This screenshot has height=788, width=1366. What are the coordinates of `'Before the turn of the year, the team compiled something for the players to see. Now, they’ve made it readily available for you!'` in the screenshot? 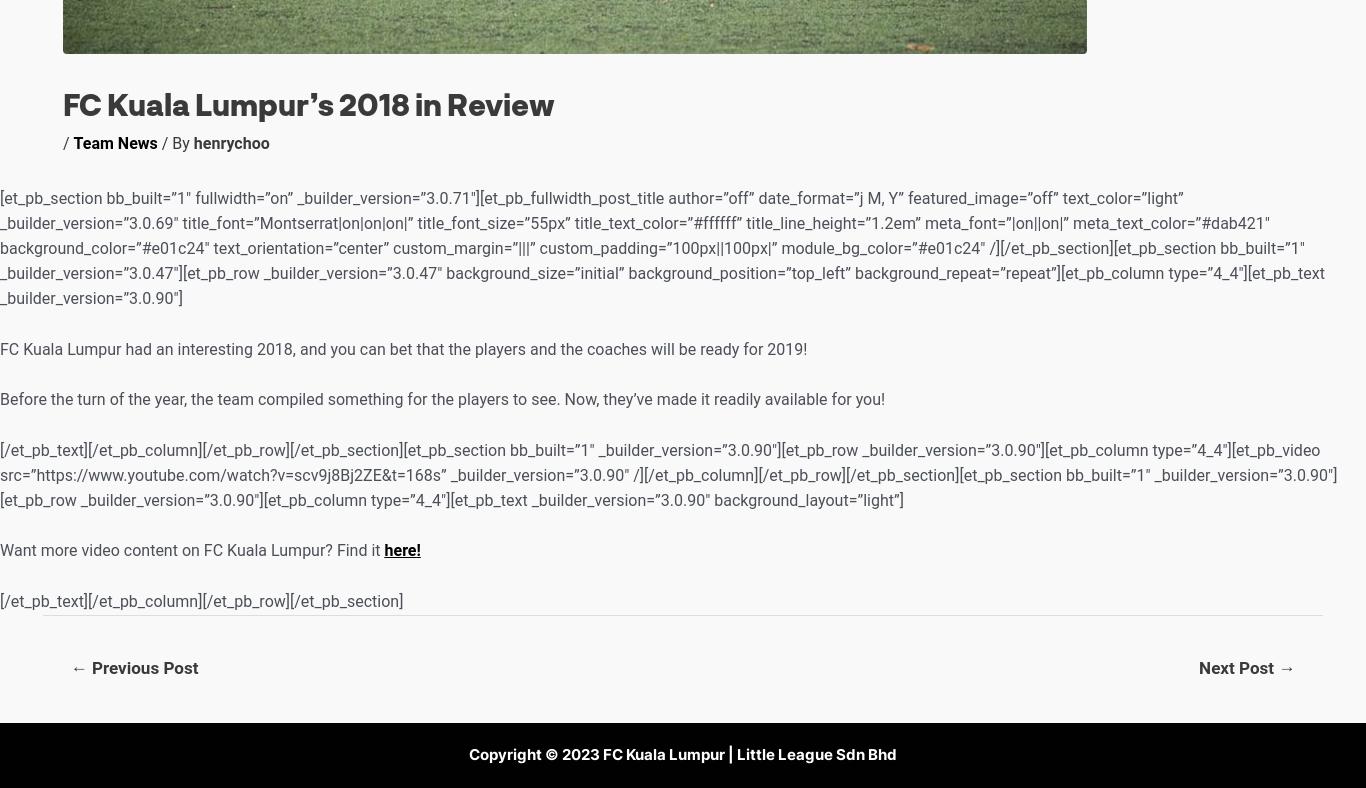 It's located at (441, 398).